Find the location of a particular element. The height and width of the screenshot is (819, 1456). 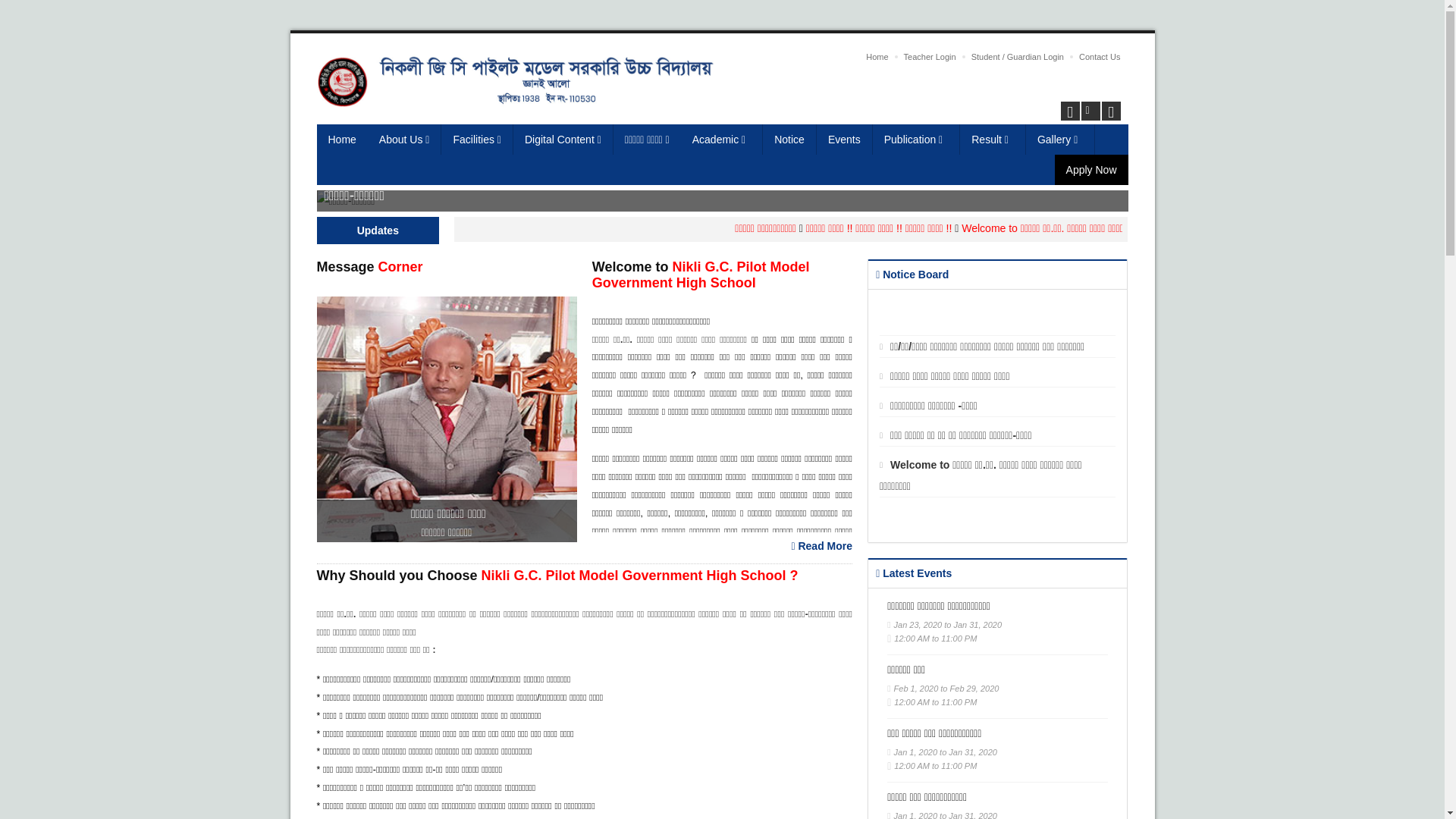

'Notice' is located at coordinates (789, 140).